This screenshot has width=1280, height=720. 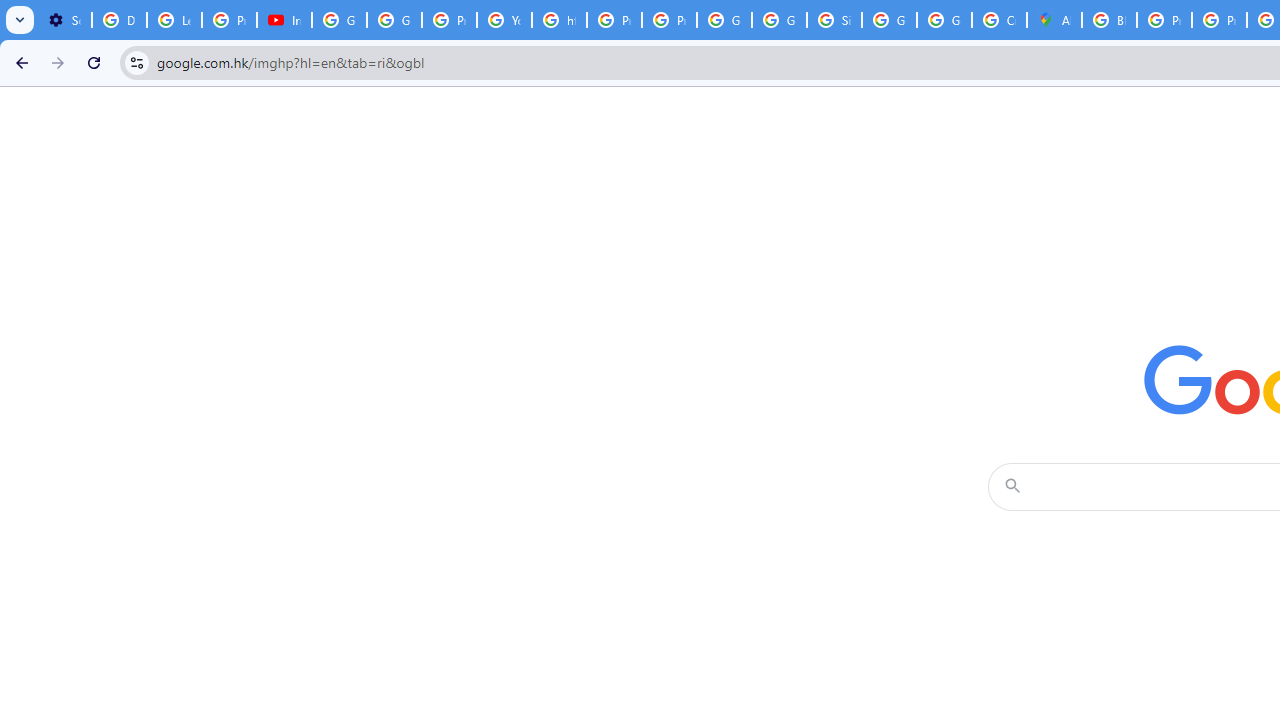 What do you see at coordinates (118, 20) in the screenshot?
I see `'Delete photos & videos - Computer - Google Photos Help'` at bounding box center [118, 20].